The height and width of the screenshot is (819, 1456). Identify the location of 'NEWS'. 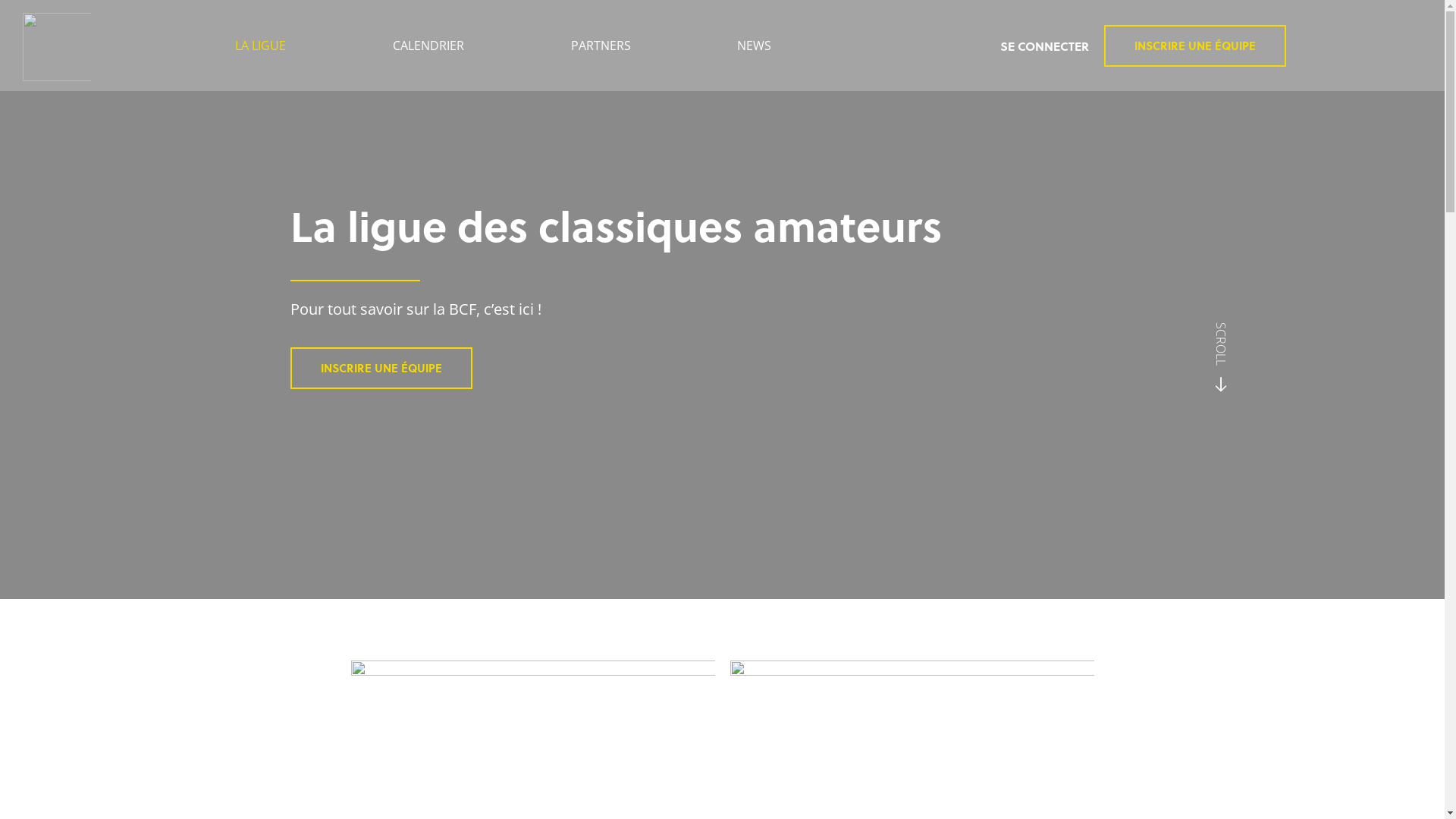
(754, 45).